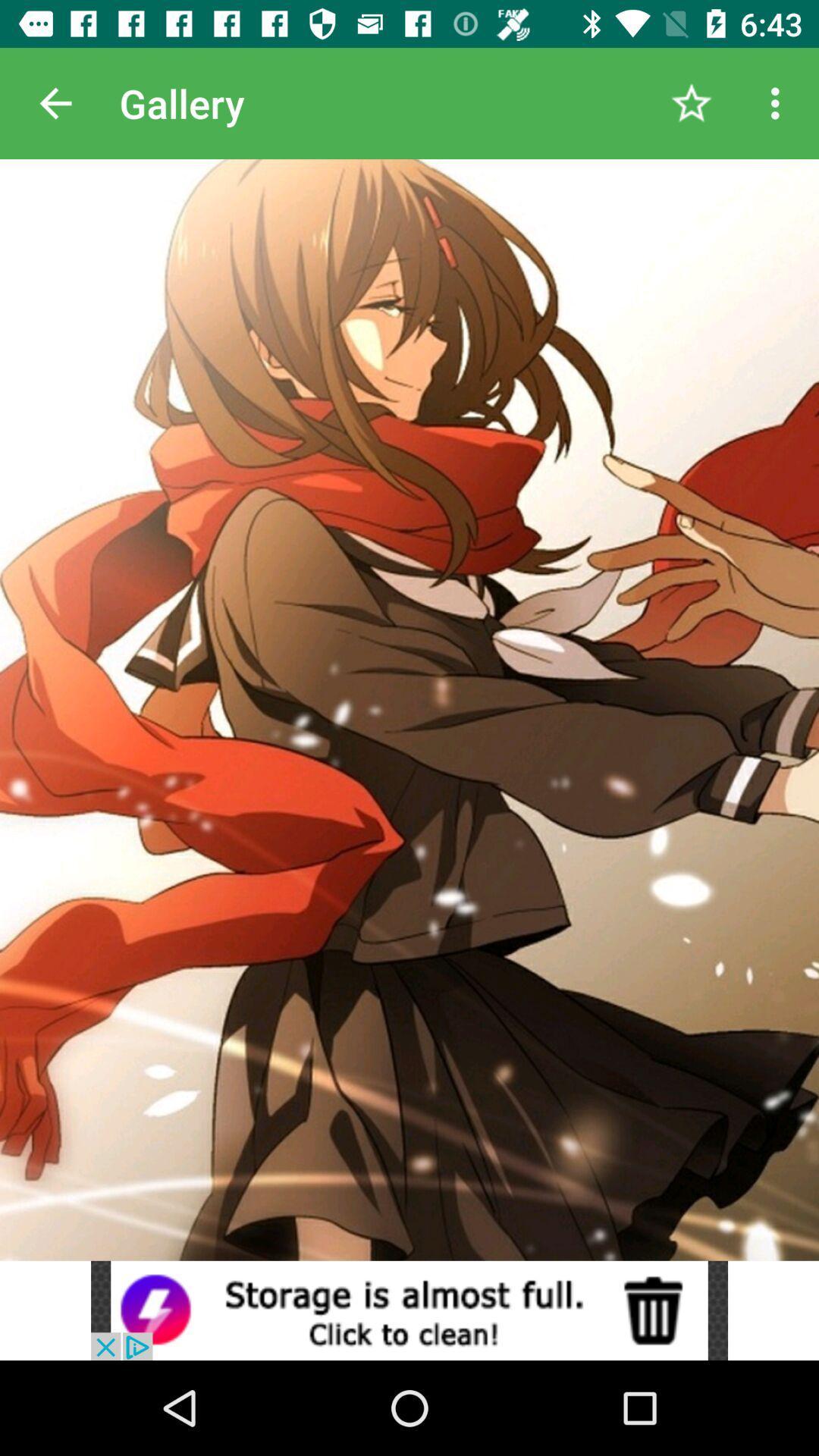 The width and height of the screenshot is (819, 1456). What do you see at coordinates (409, 1310) in the screenshot?
I see `advertisement page` at bounding box center [409, 1310].